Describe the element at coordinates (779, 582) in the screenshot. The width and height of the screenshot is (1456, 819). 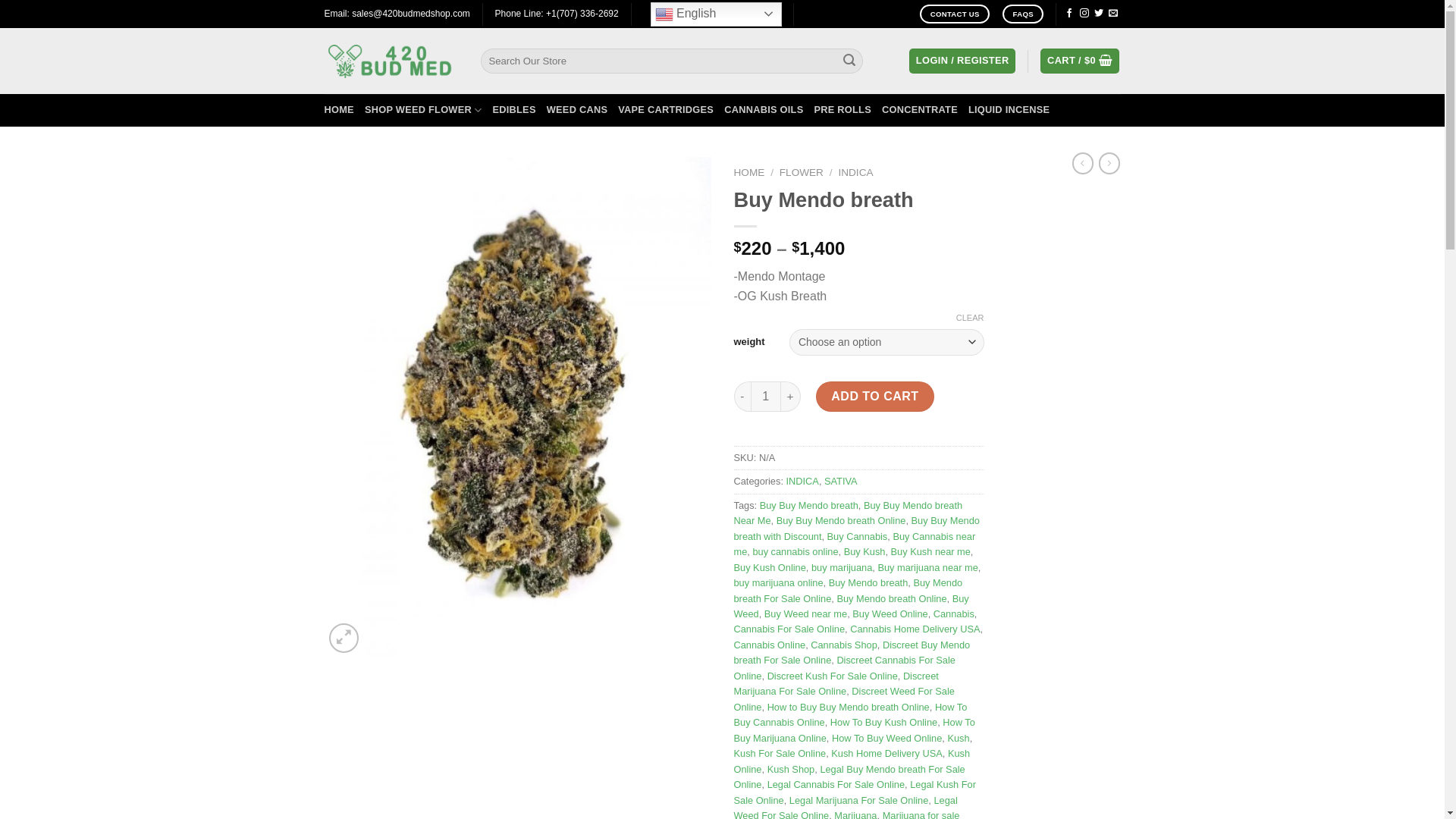
I see `'buy marijuana online'` at that location.